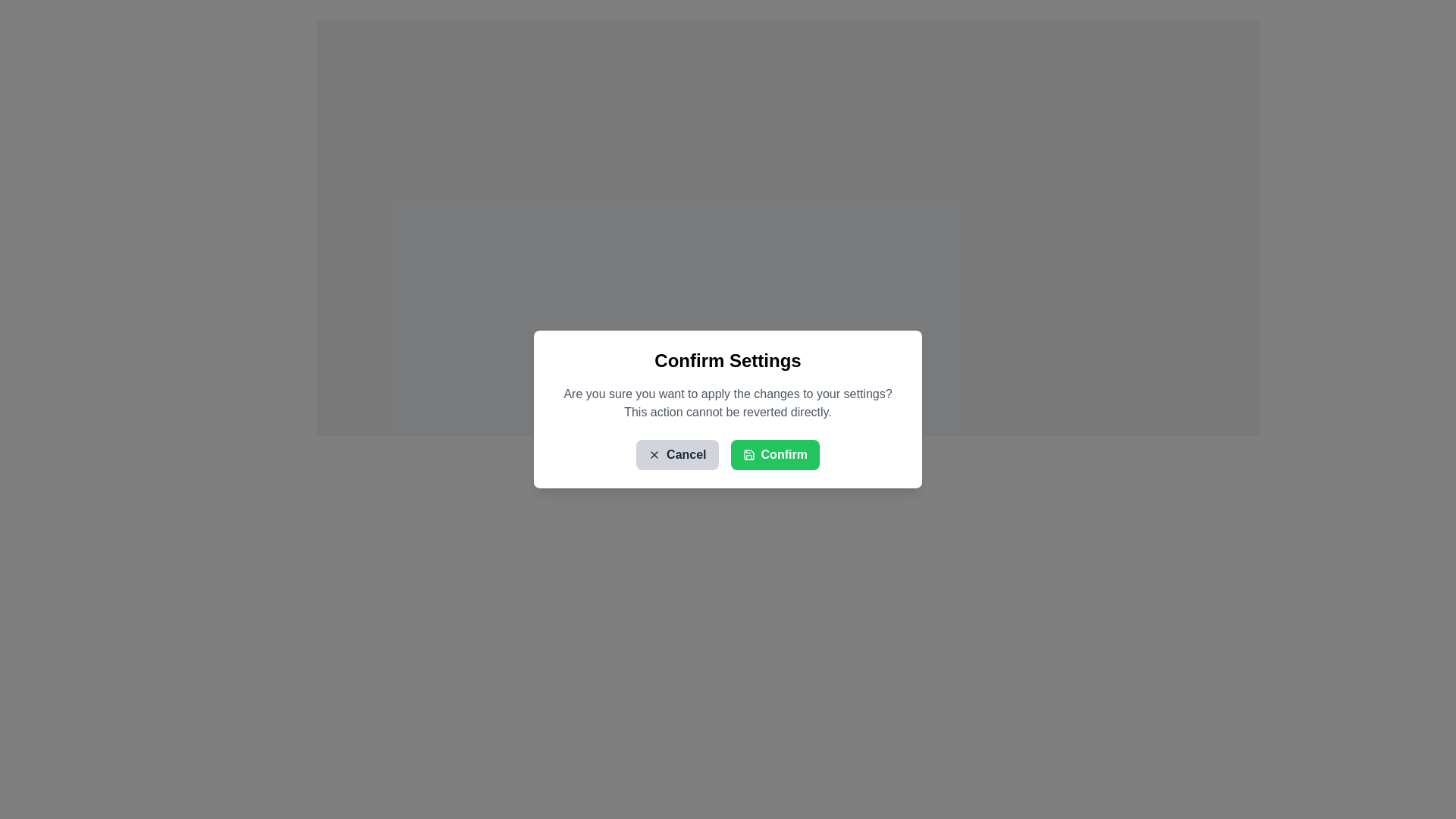 The height and width of the screenshot is (819, 1456). What do you see at coordinates (728, 360) in the screenshot?
I see `text of the heading 'Confirm Settings' which is a prominent static text element in bold, large font at the top of the dialog box` at bounding box center [728, 360].